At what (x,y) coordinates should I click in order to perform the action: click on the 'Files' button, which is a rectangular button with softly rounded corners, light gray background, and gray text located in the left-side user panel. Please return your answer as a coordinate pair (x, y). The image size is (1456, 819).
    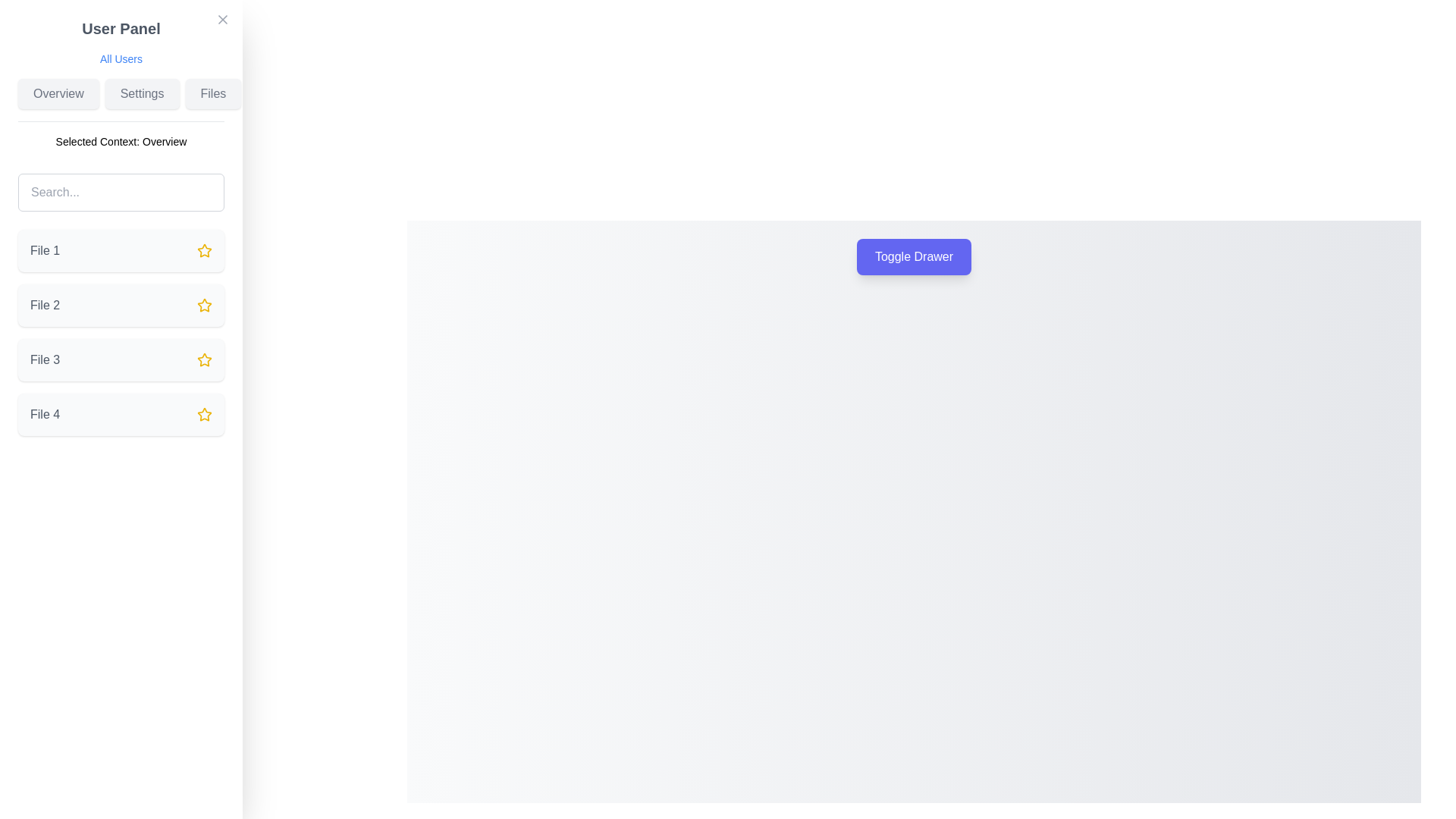
    Looking at the image, I should click on (212, 93).